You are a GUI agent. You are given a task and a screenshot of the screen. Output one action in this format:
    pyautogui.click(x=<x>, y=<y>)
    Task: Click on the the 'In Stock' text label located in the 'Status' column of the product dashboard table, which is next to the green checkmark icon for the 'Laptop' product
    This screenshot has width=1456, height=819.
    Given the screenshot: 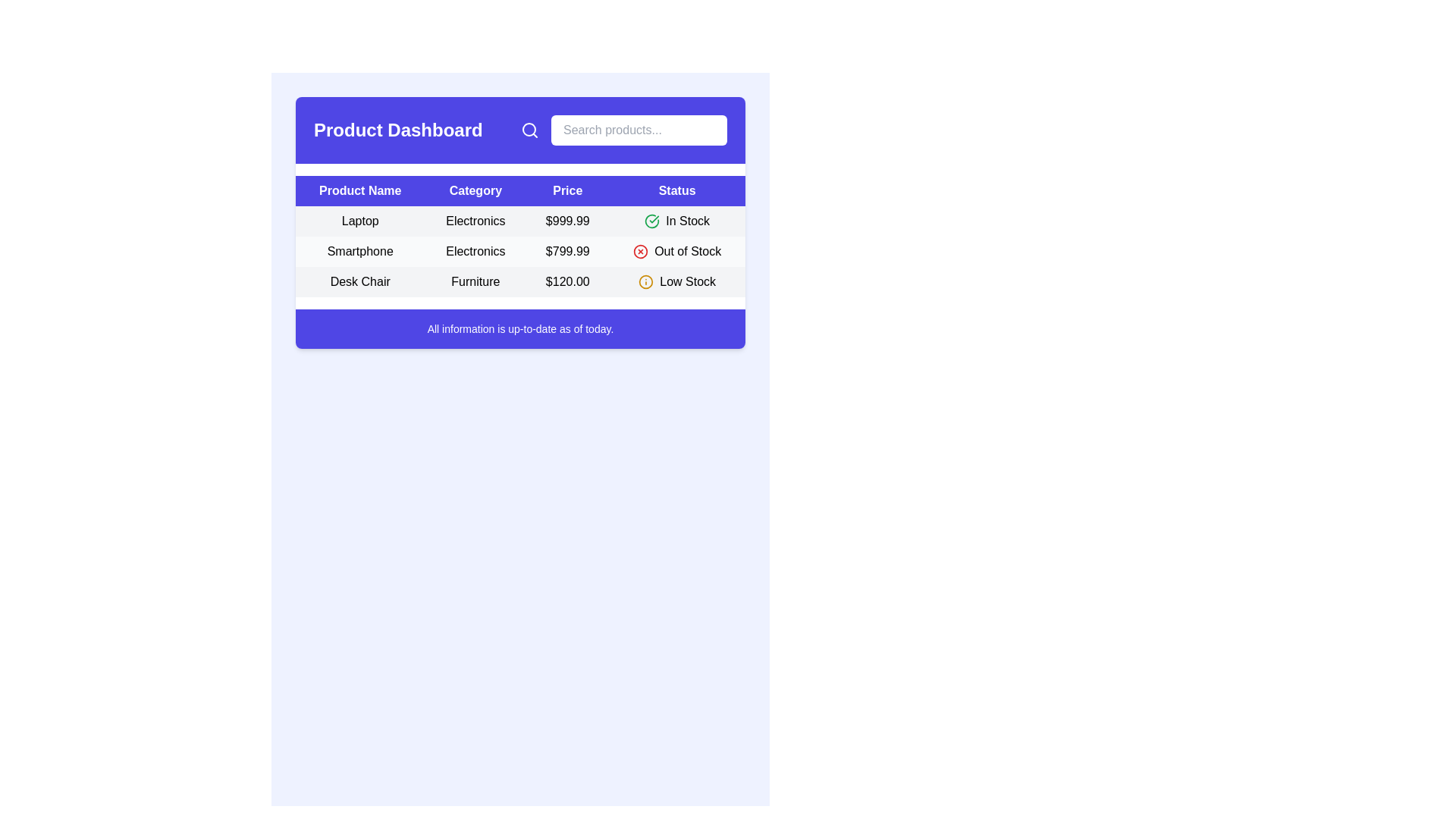 What is the action you would take?
    pyautogui.click(x=687, y=221)
    